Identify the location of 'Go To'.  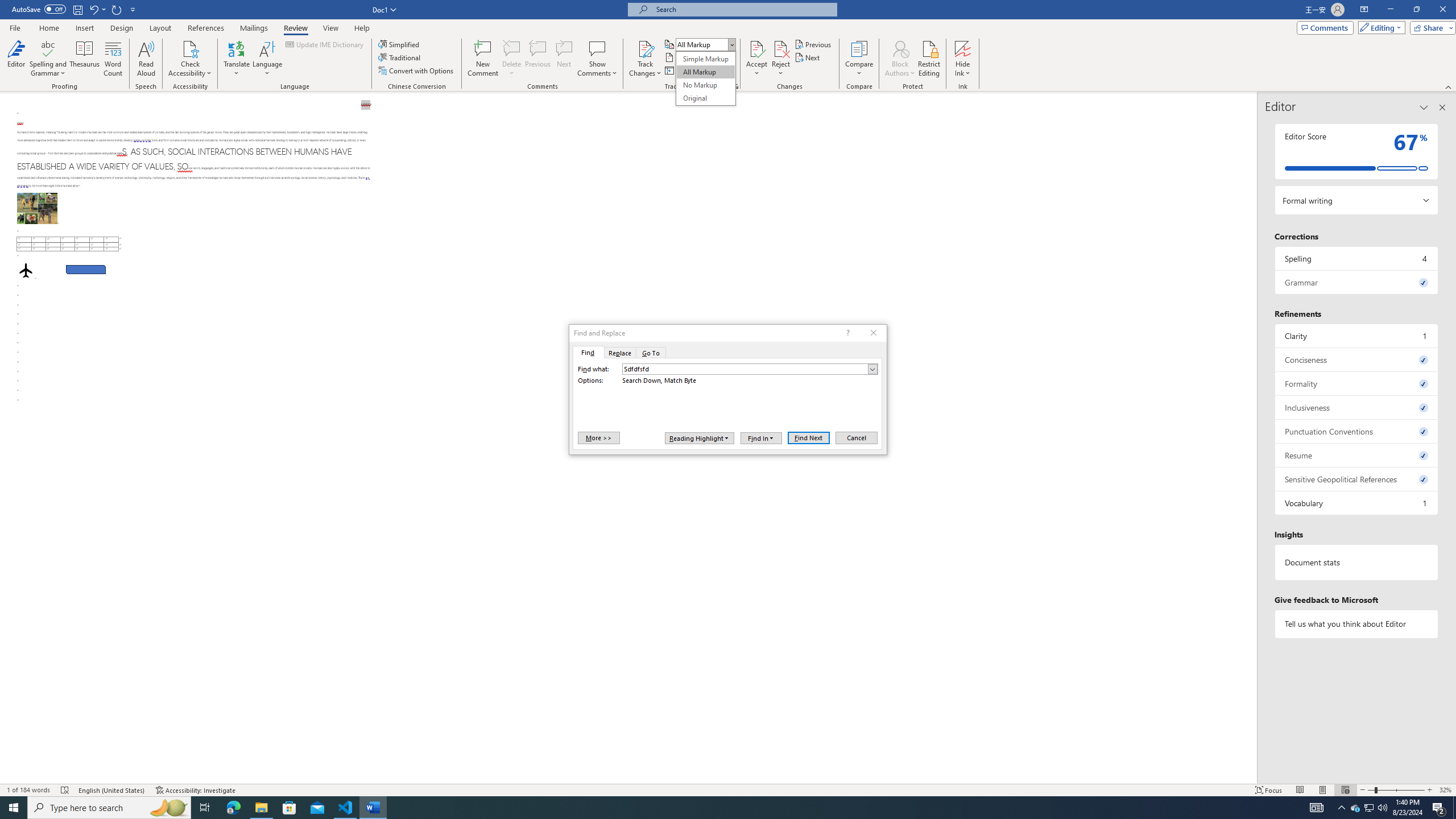
(651, 351).